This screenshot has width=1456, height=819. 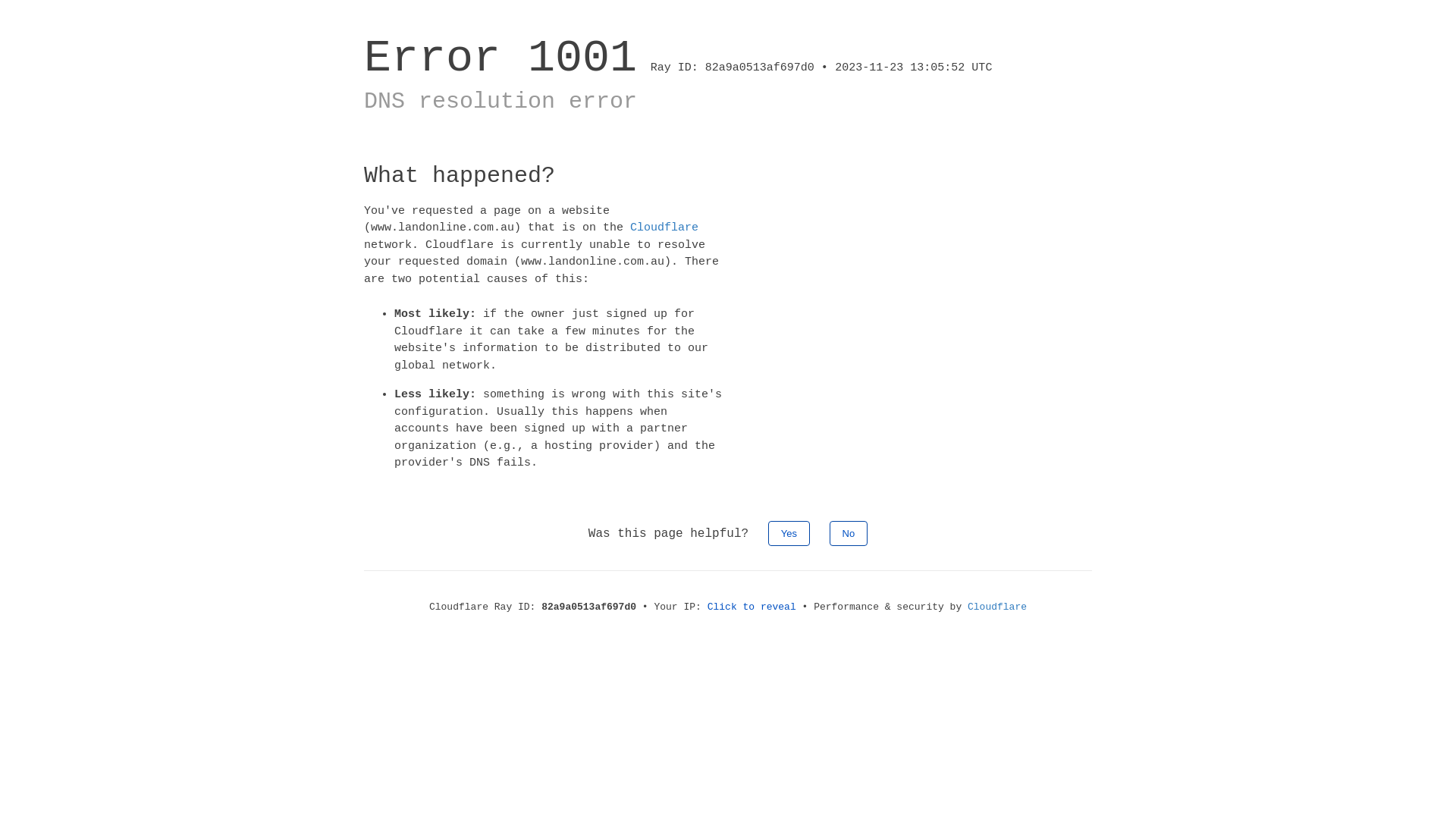 I want to click on 'Cloudflare', so click(x=997, y=605).